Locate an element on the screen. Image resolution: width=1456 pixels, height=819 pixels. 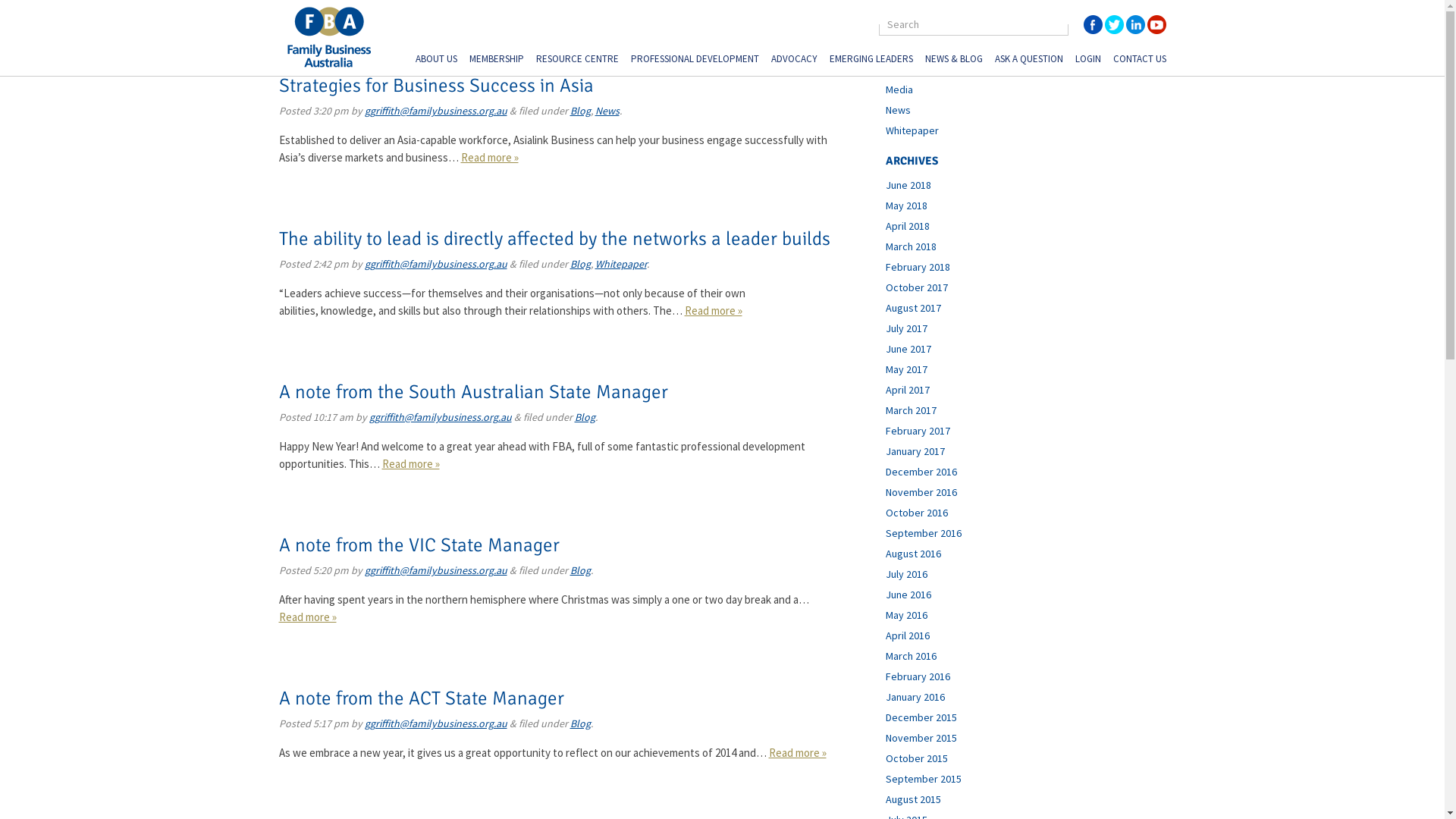
'March 2017' is located at coordinates (910, 409).